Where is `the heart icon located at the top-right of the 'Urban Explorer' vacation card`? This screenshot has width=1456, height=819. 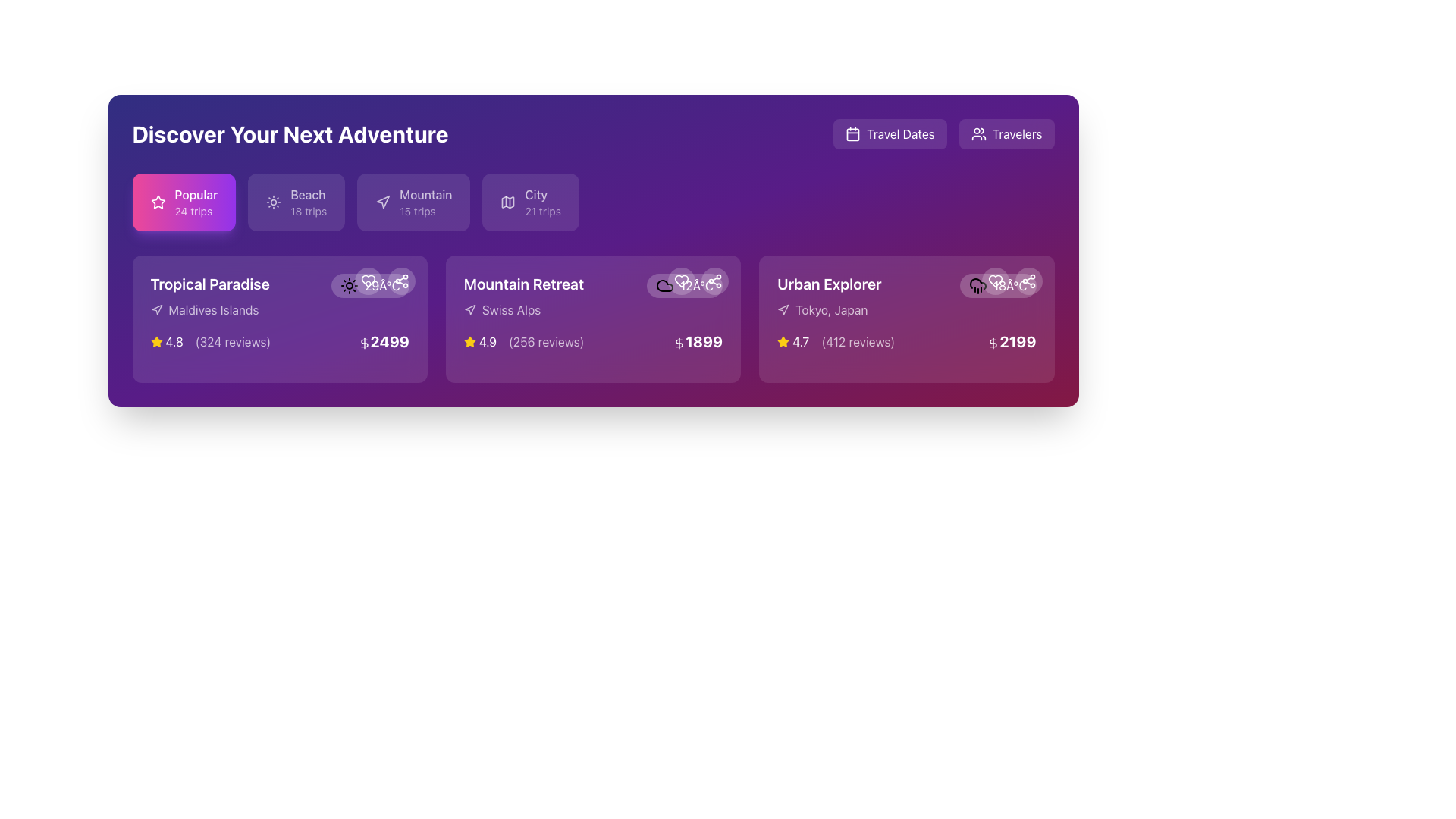 the heart icon located at the top-right of the 'Urban Explorer' vacation card is located at coordinates (995, 281).